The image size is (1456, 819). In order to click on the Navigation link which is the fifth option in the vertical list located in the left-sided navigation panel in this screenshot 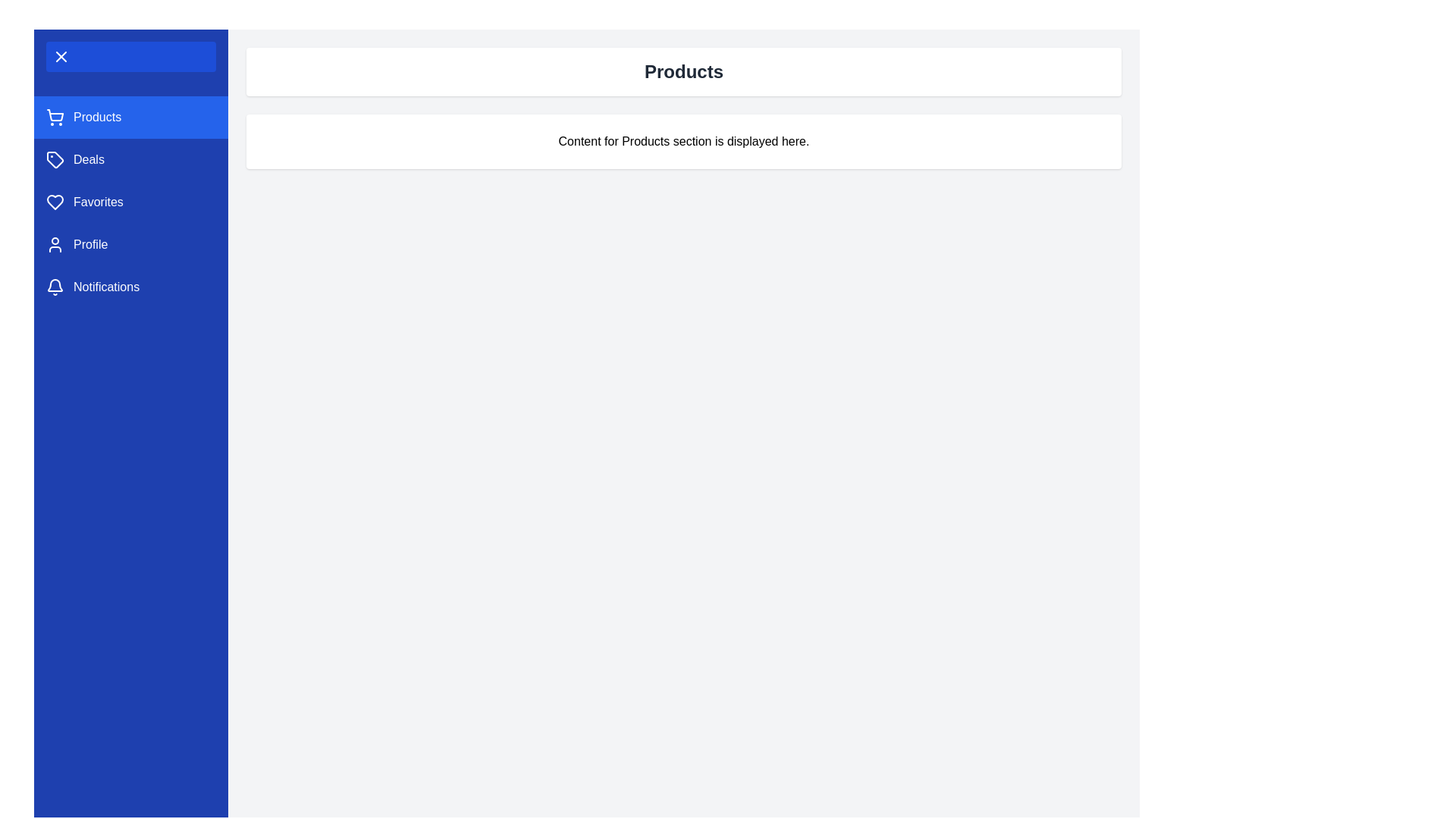, I will do `click(130, 287)`.